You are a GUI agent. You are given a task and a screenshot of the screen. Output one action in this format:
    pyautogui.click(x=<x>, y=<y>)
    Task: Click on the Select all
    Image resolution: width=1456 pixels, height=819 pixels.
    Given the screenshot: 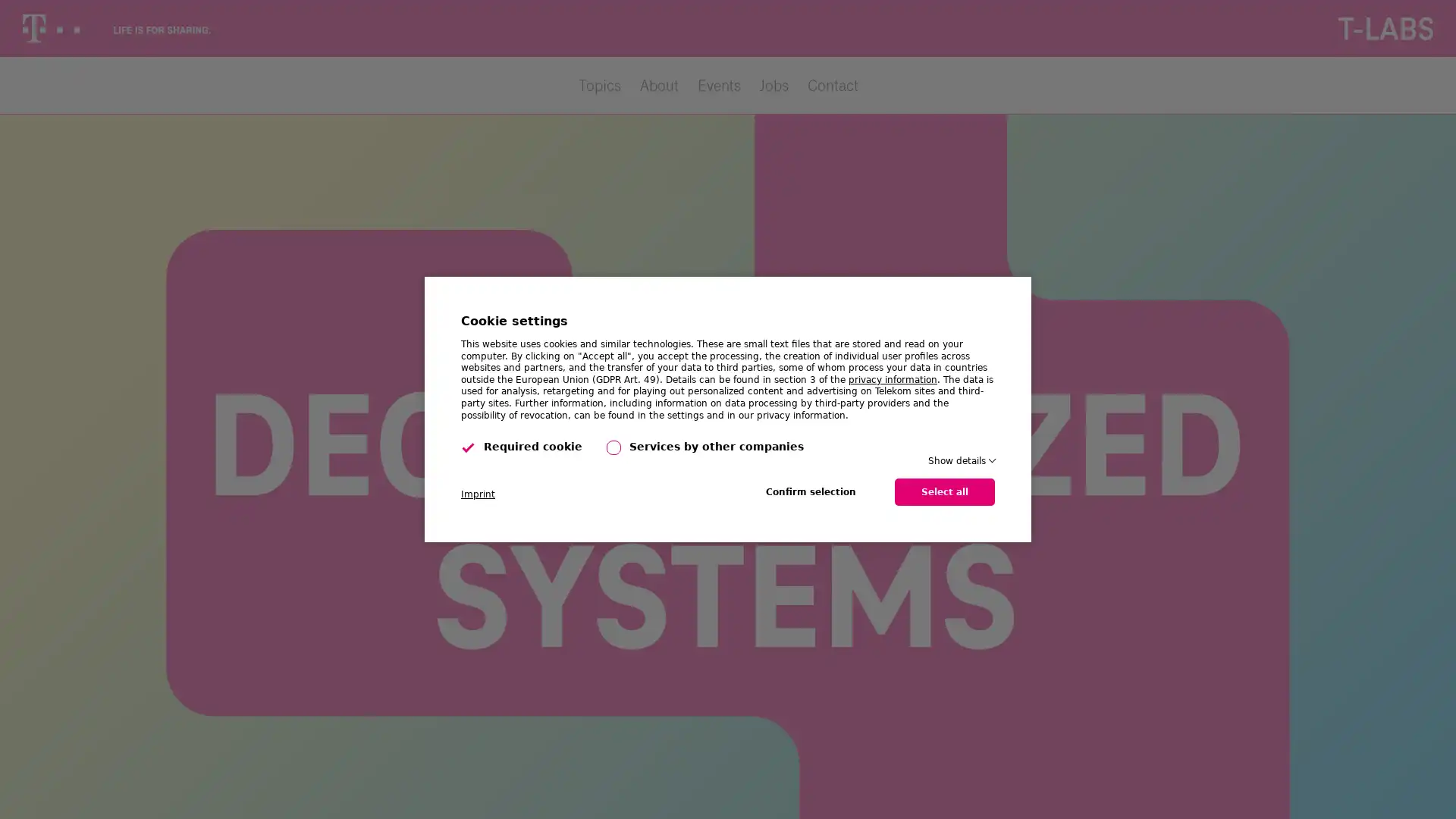 What is the action you would take?
    pyautogui.click(x=944, y=491)
    